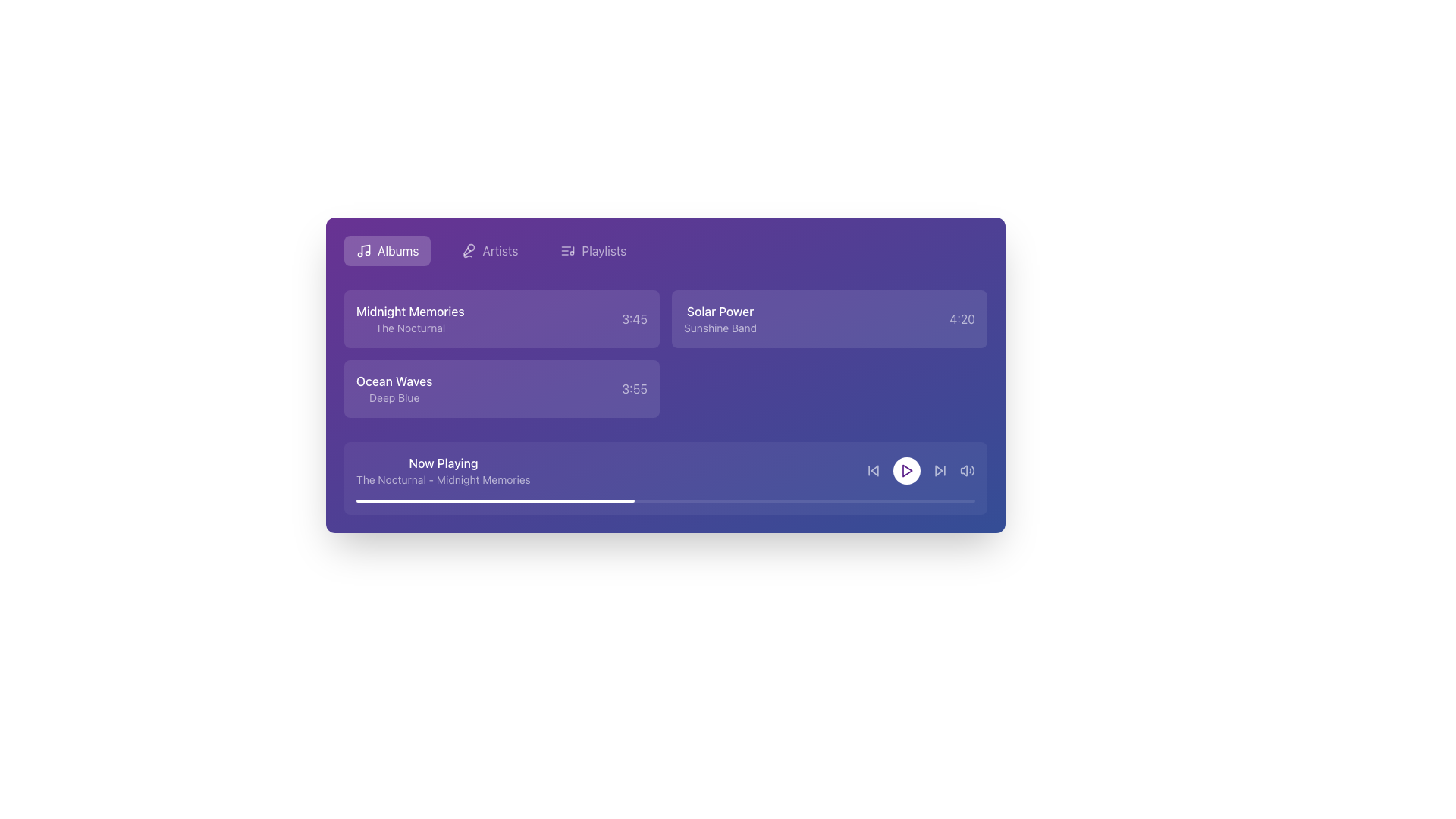 The height and width of the screenshot is (819, 1456). What do you see at coordinates (874, 470) in the screenshot?
I see `the skip-backward button, which is a white triangular icon pointing left, located on the control bar of the media player interface, to skip to the previous track` at bounding box center [874, 470].